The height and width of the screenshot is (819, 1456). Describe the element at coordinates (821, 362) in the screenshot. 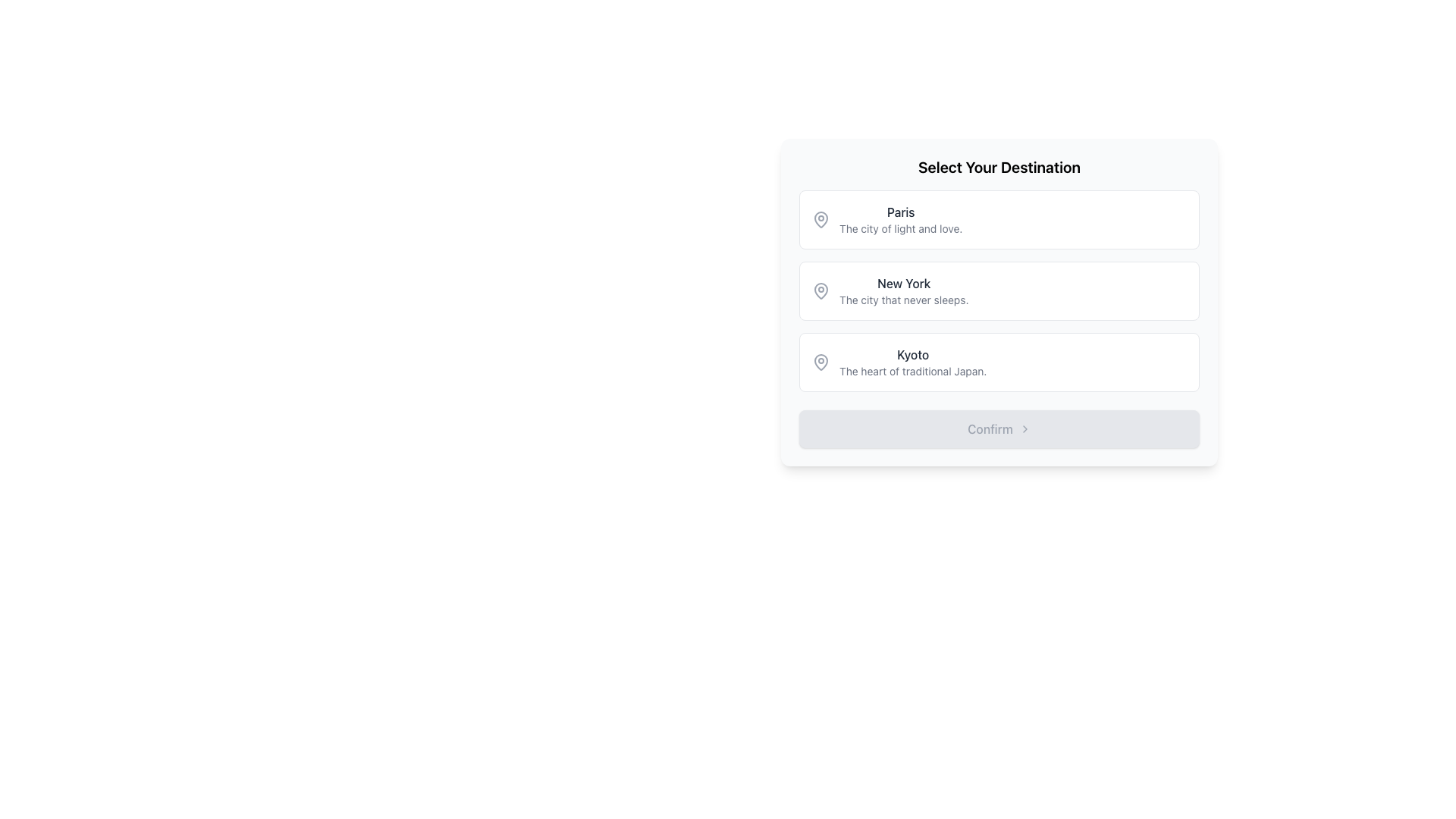

I see `the map pin icon representing the location marker for 'Kyoto' in the list of destinations` at that location.